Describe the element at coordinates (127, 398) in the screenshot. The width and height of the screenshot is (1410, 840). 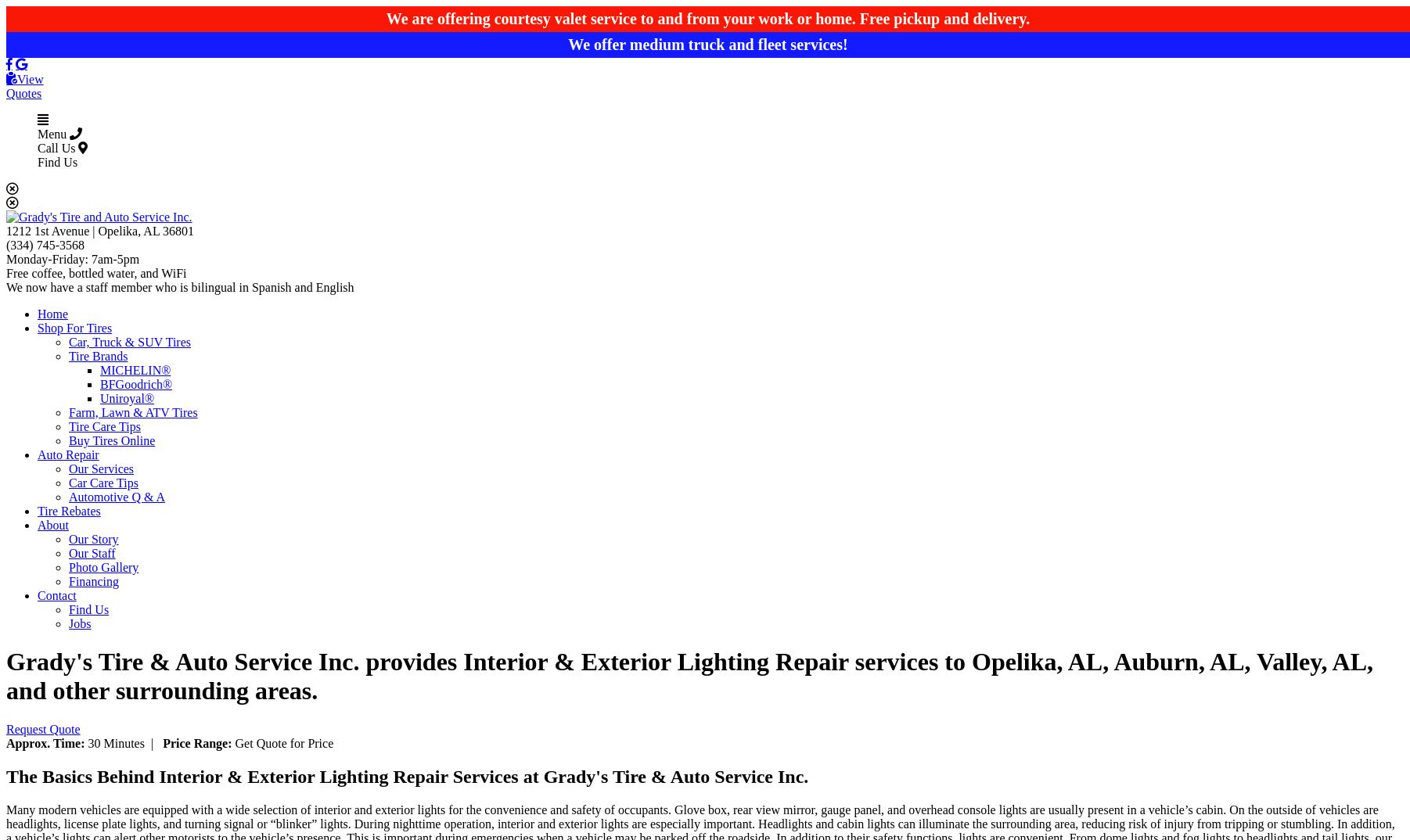
I see `'Uniroyal®'` at that location.